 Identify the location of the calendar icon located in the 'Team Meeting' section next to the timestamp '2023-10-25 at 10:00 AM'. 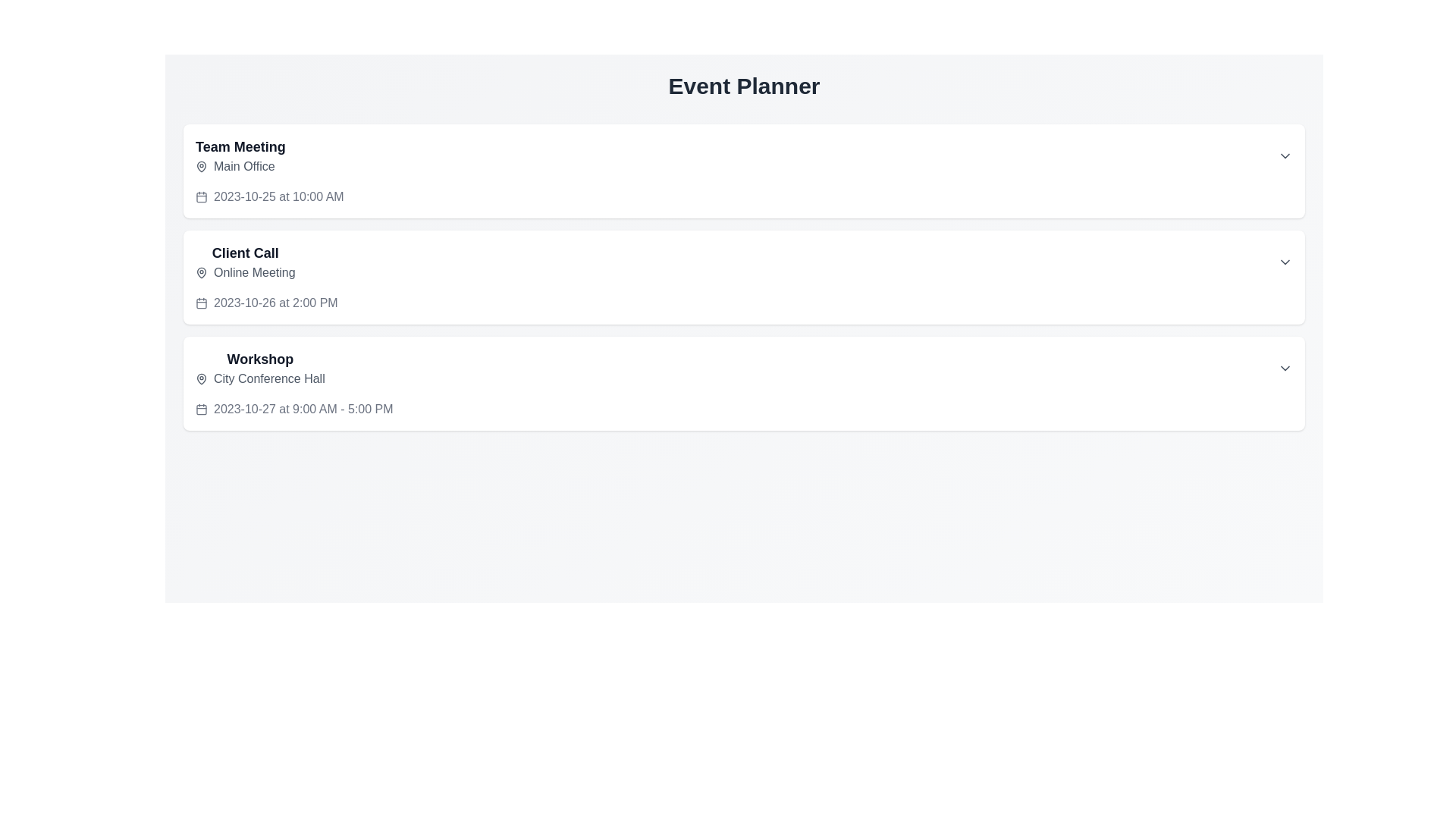
(200, 196).